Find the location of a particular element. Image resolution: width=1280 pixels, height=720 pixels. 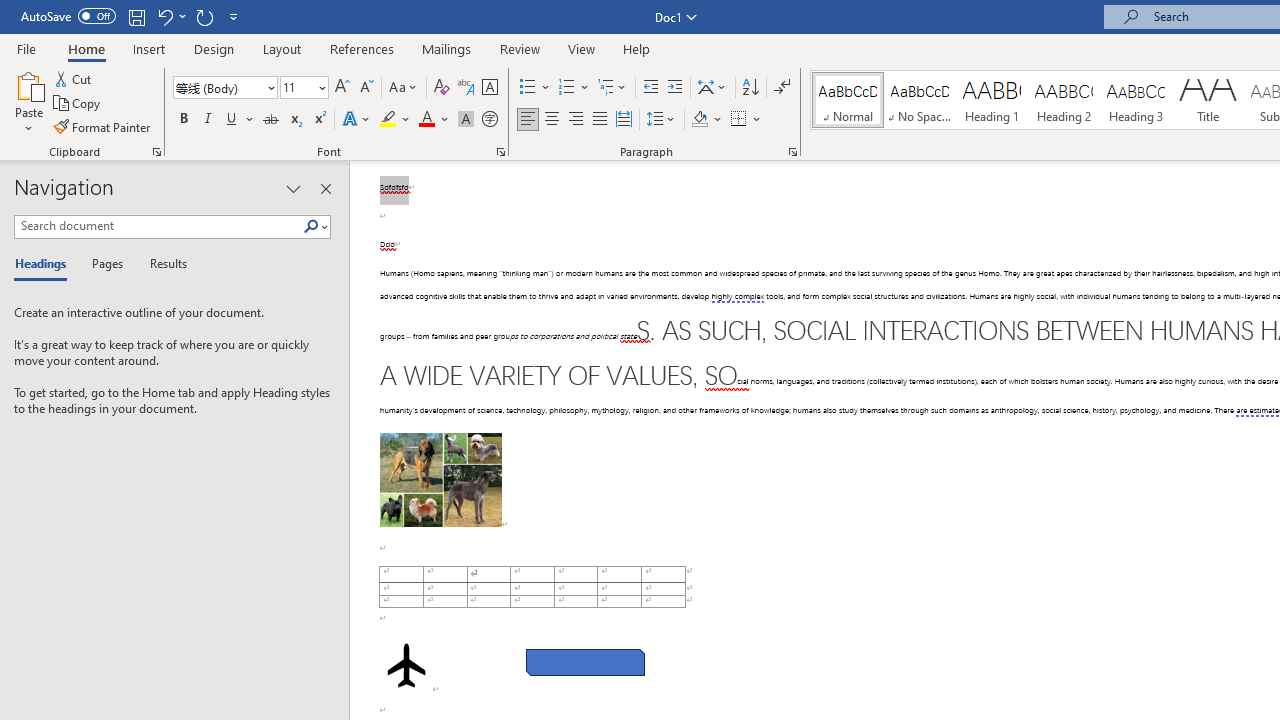

'Superscript' is located at coordinates (318, 119).